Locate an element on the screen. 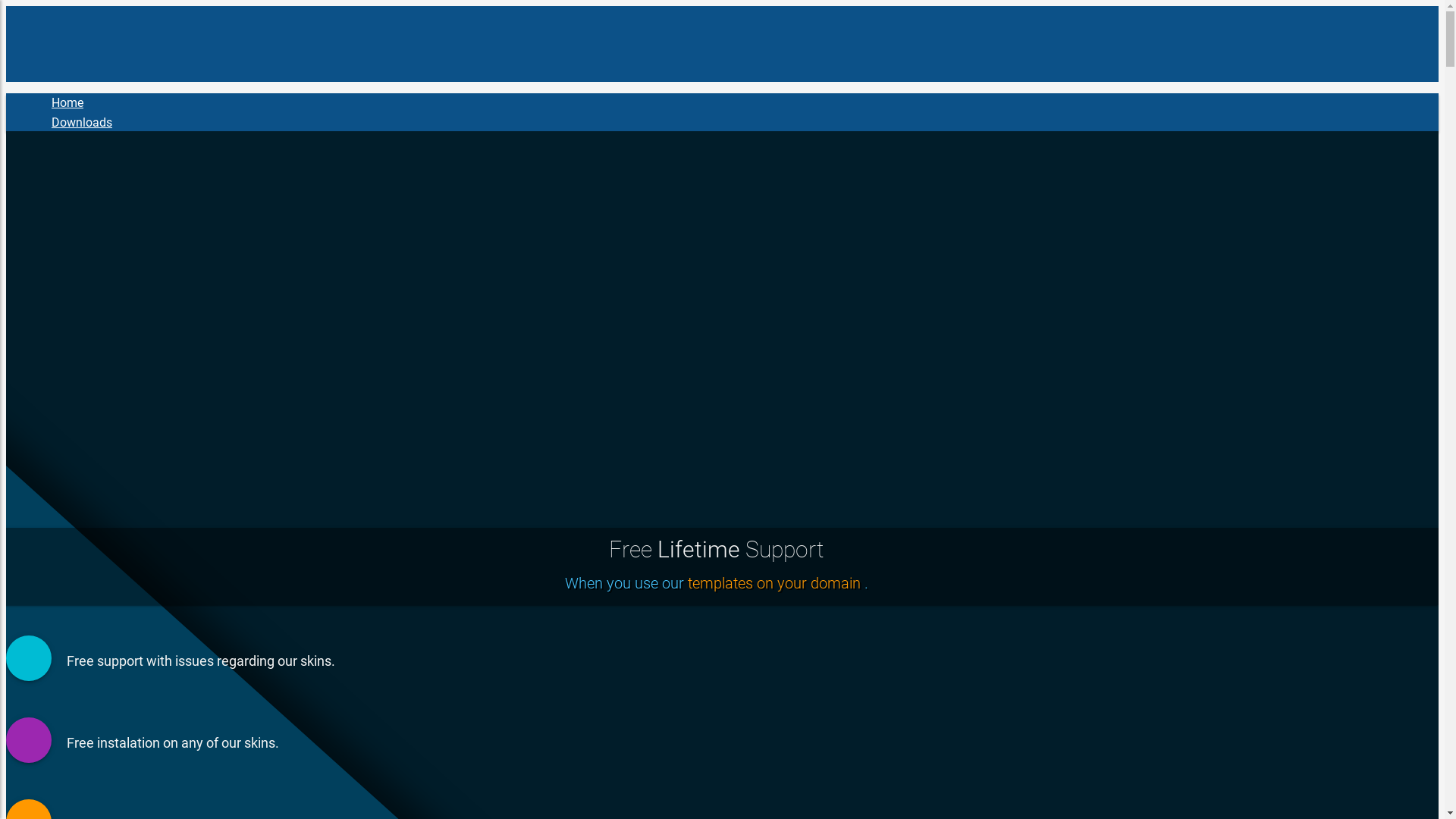 Image resolution: width=1456 pixels, height=819 pixels. 'Downloads' is located at coordinates (80, 122).